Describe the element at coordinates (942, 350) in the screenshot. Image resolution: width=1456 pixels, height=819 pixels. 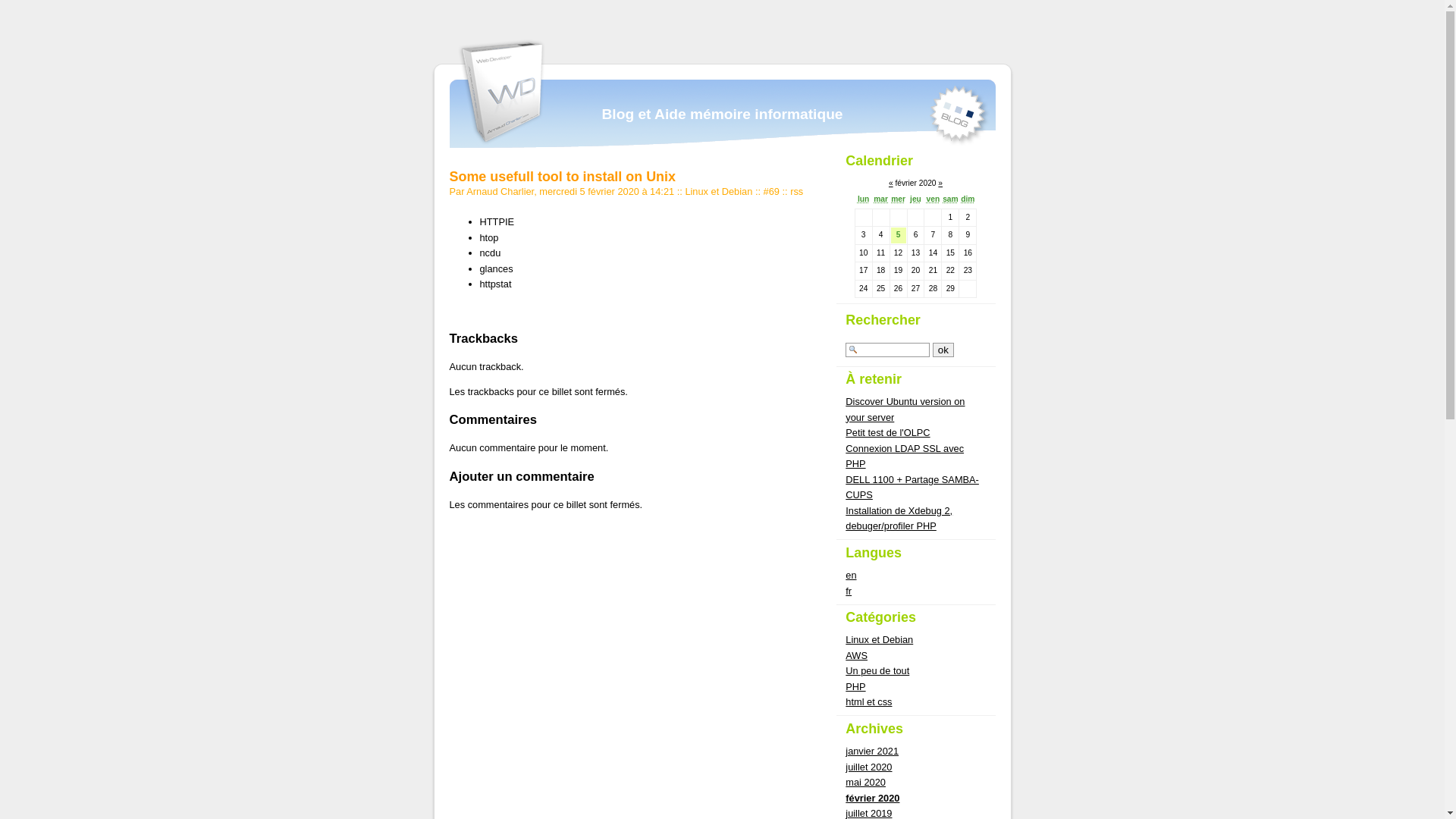
I see `'ok'` at that location.